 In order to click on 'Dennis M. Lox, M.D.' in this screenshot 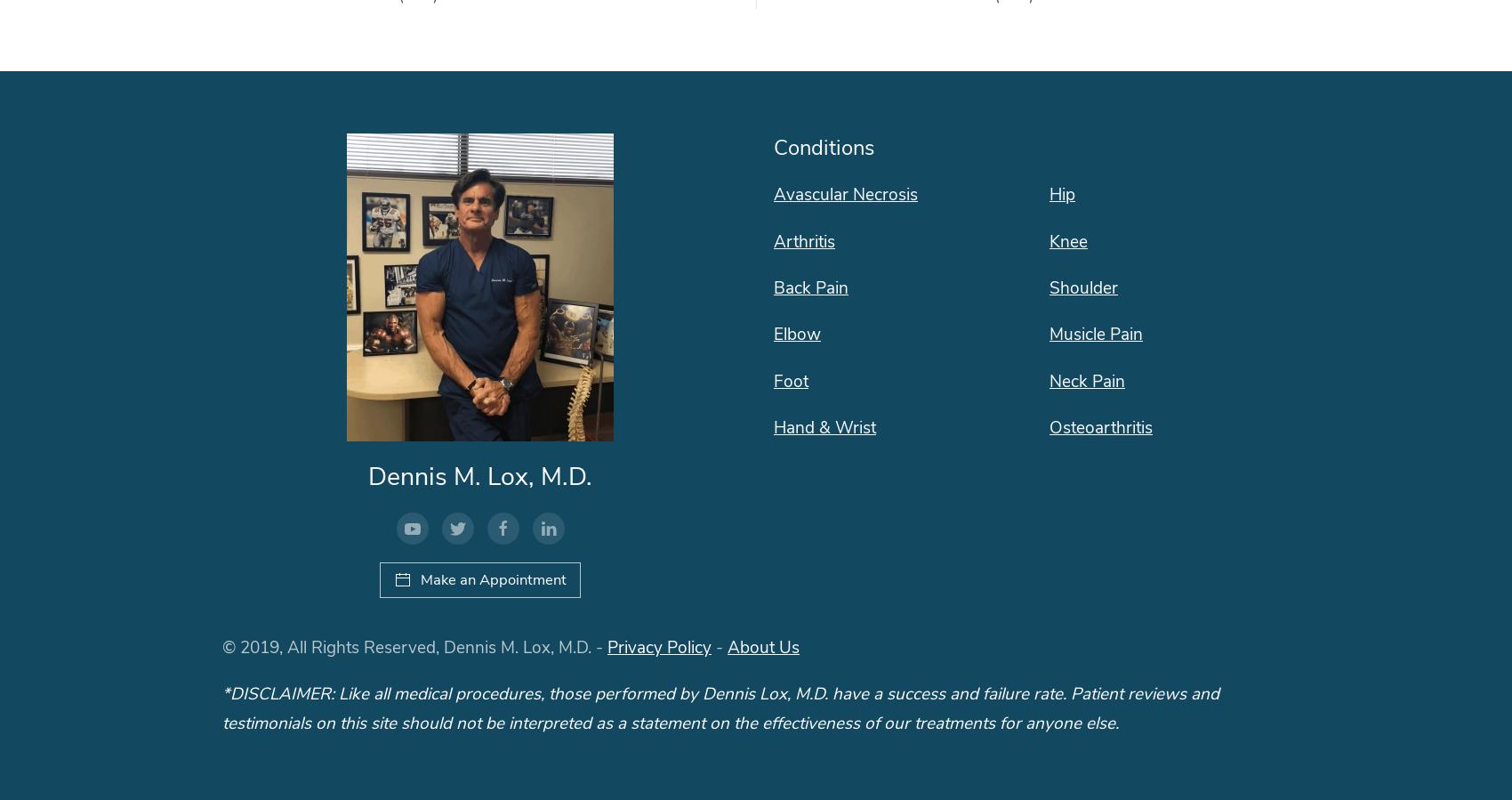, I will do `click(479, 476)`.